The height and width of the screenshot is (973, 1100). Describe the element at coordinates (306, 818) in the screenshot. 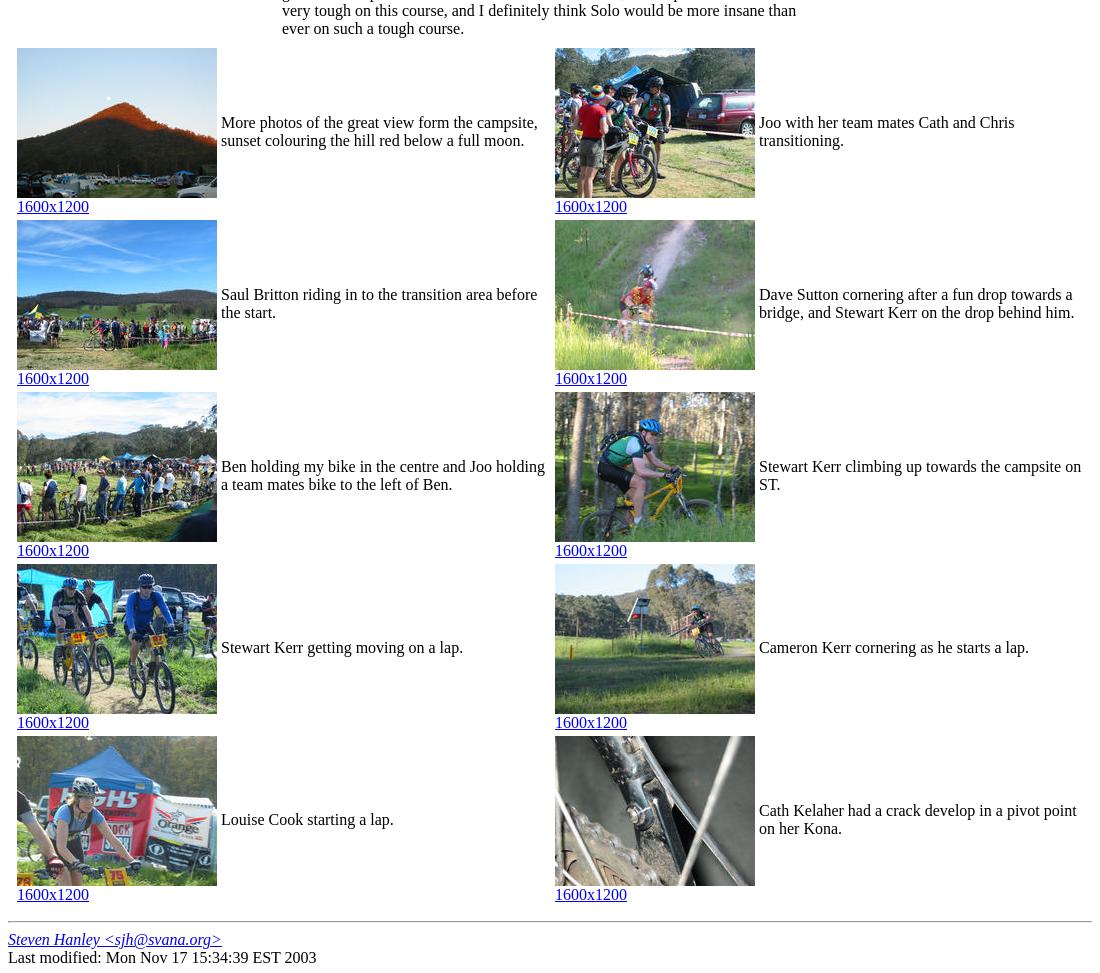

I see `'Louise Cook starting a lap.'` at that location.